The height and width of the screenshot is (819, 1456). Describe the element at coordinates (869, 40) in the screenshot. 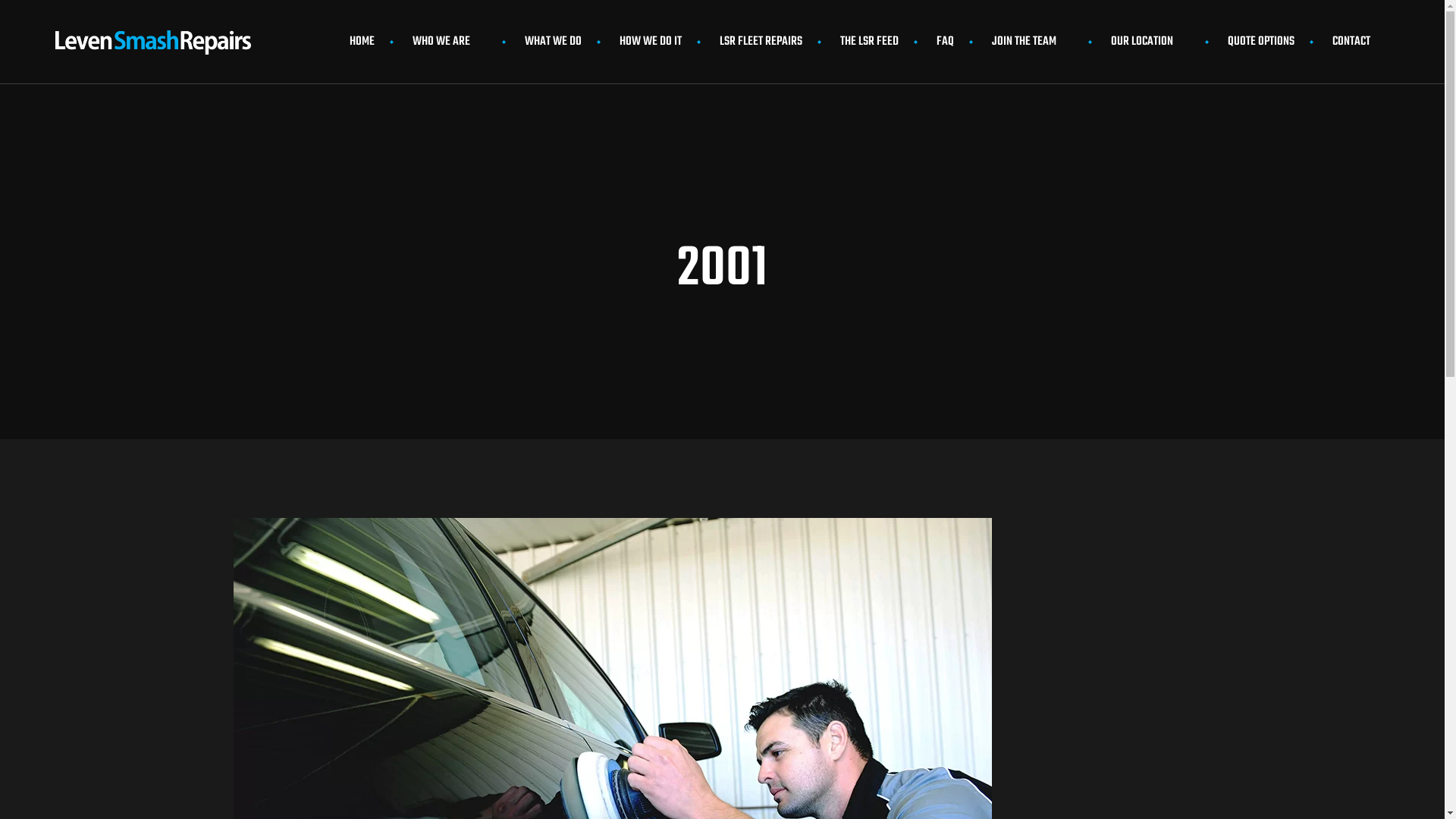

I see `'THE LSR FEED'` at that location.